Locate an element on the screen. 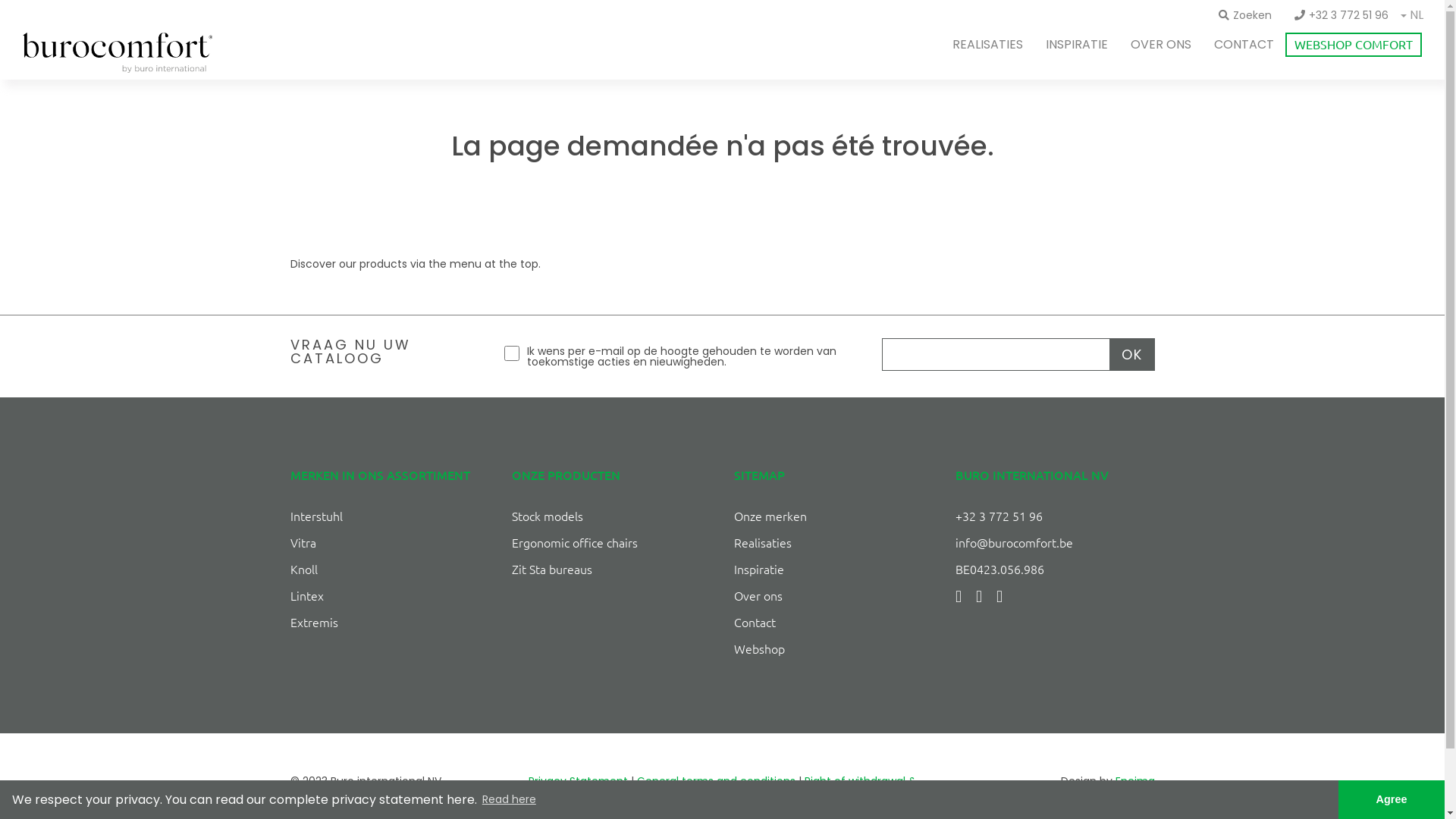  'WEBSHOP COMFORT' is located at coordinates (1354, 43).